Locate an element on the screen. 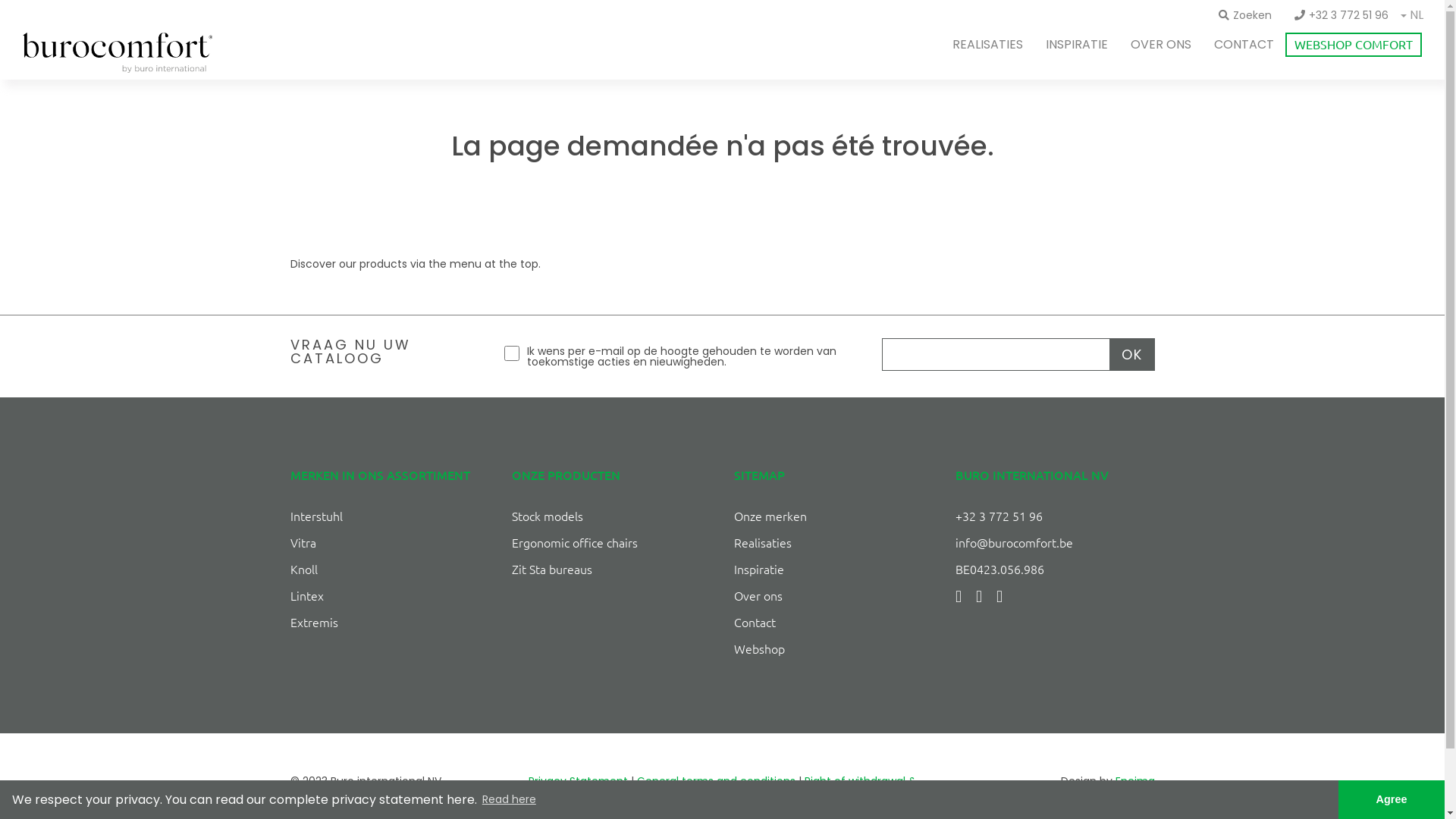  'WEBSHOP COMFORT' is located at coordinates (1354, 43).